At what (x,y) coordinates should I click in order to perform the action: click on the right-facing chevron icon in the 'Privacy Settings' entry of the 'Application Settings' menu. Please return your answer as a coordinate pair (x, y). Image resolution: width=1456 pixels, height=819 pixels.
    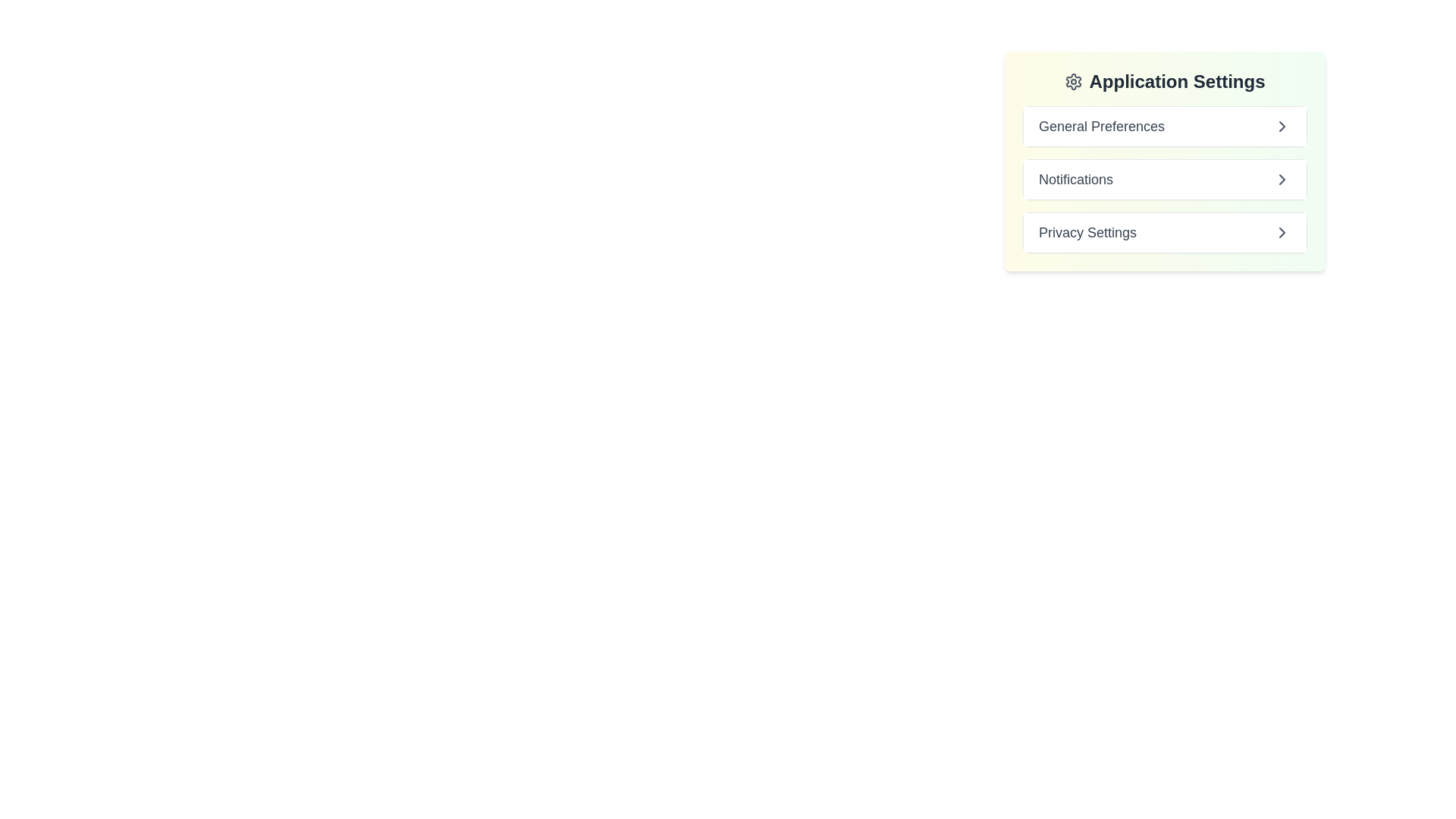
    Looking at the image, I should click on (1281, 233).